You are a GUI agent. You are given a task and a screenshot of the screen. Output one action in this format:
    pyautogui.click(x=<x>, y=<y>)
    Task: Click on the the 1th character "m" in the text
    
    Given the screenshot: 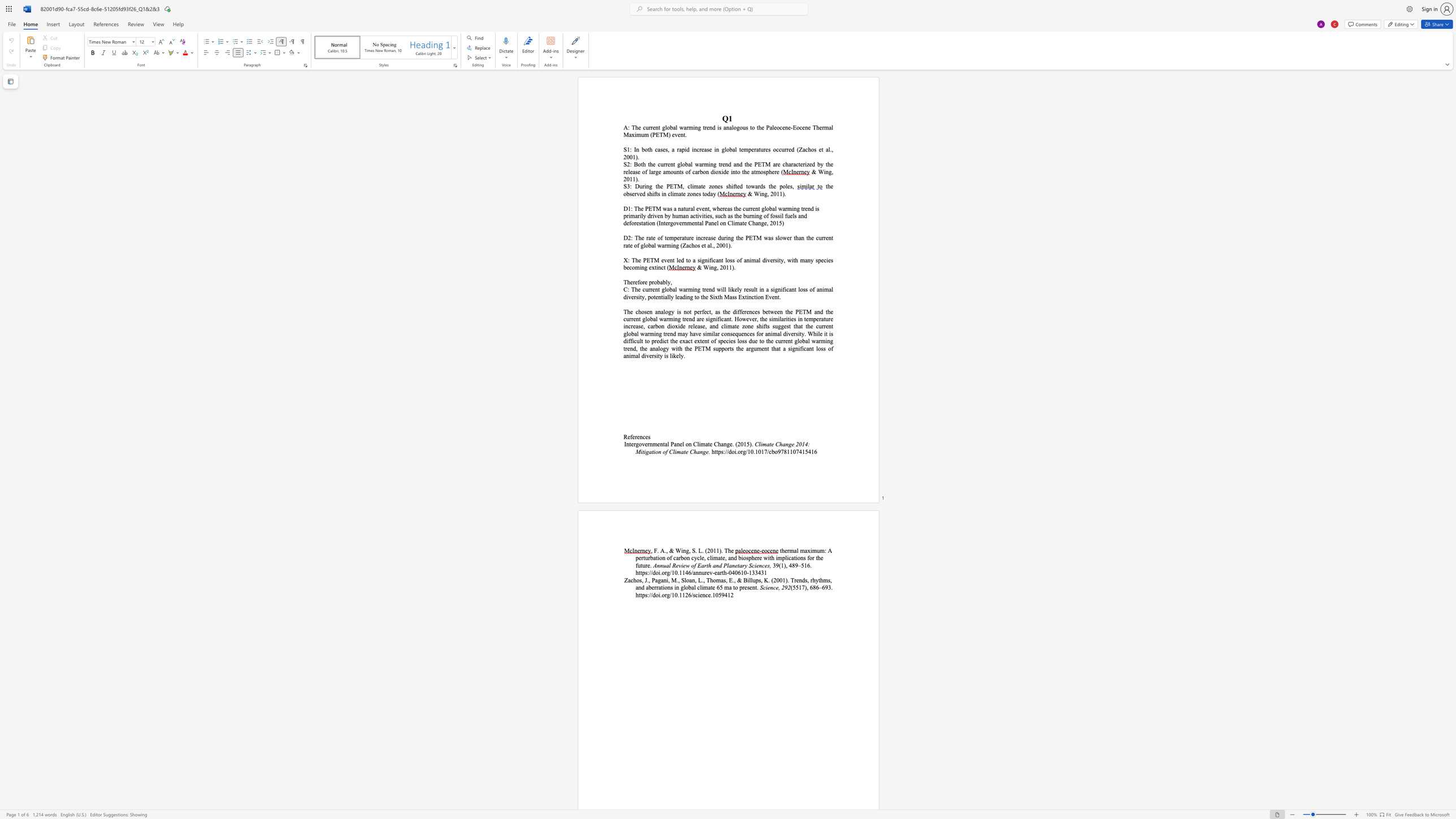 What is the action you would take?
    pyautogui.click(x=654, y=443)
    